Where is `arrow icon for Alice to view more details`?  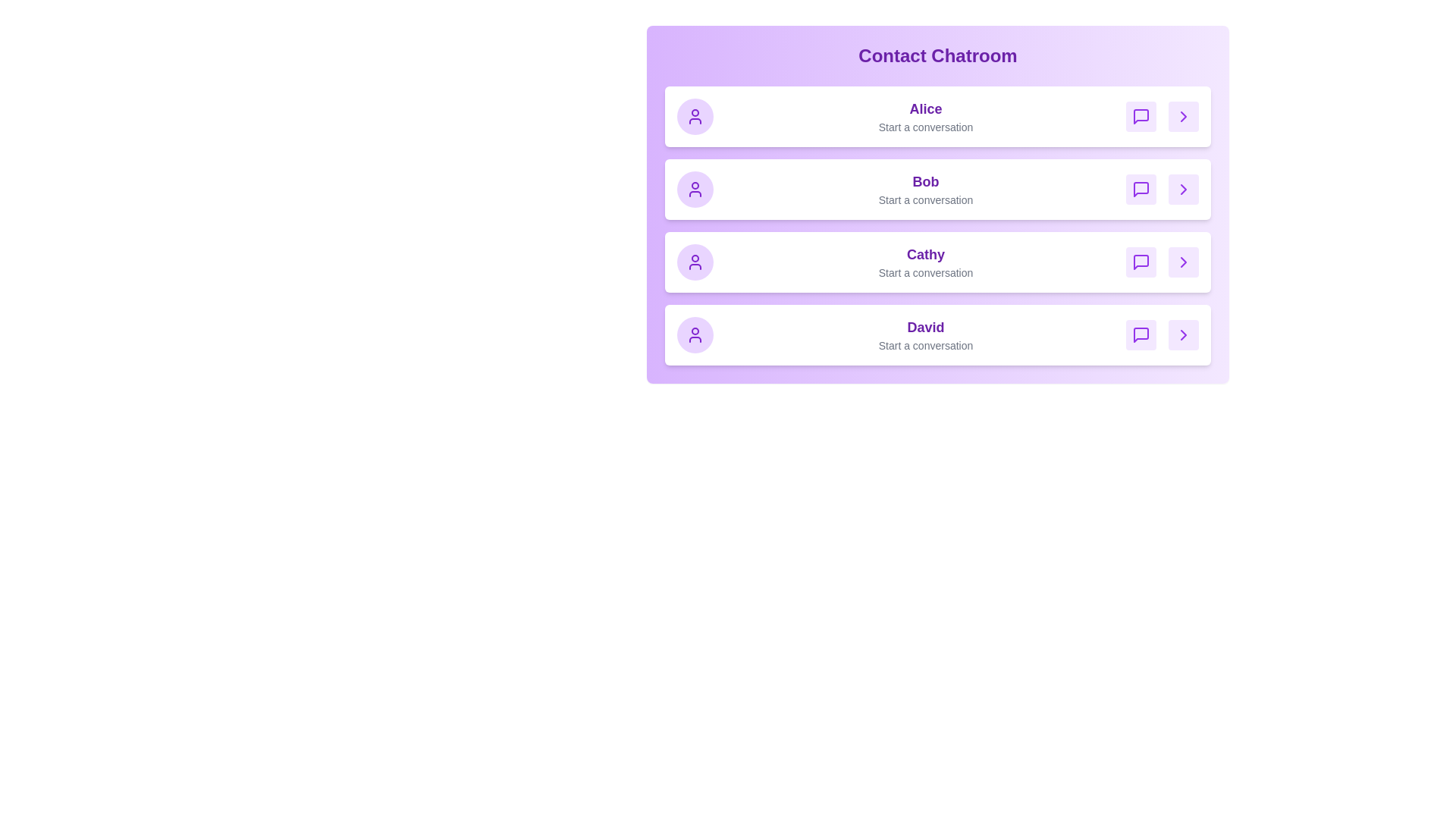
arrow icon for Alice to view more details is located at coordinates (1182, 116).